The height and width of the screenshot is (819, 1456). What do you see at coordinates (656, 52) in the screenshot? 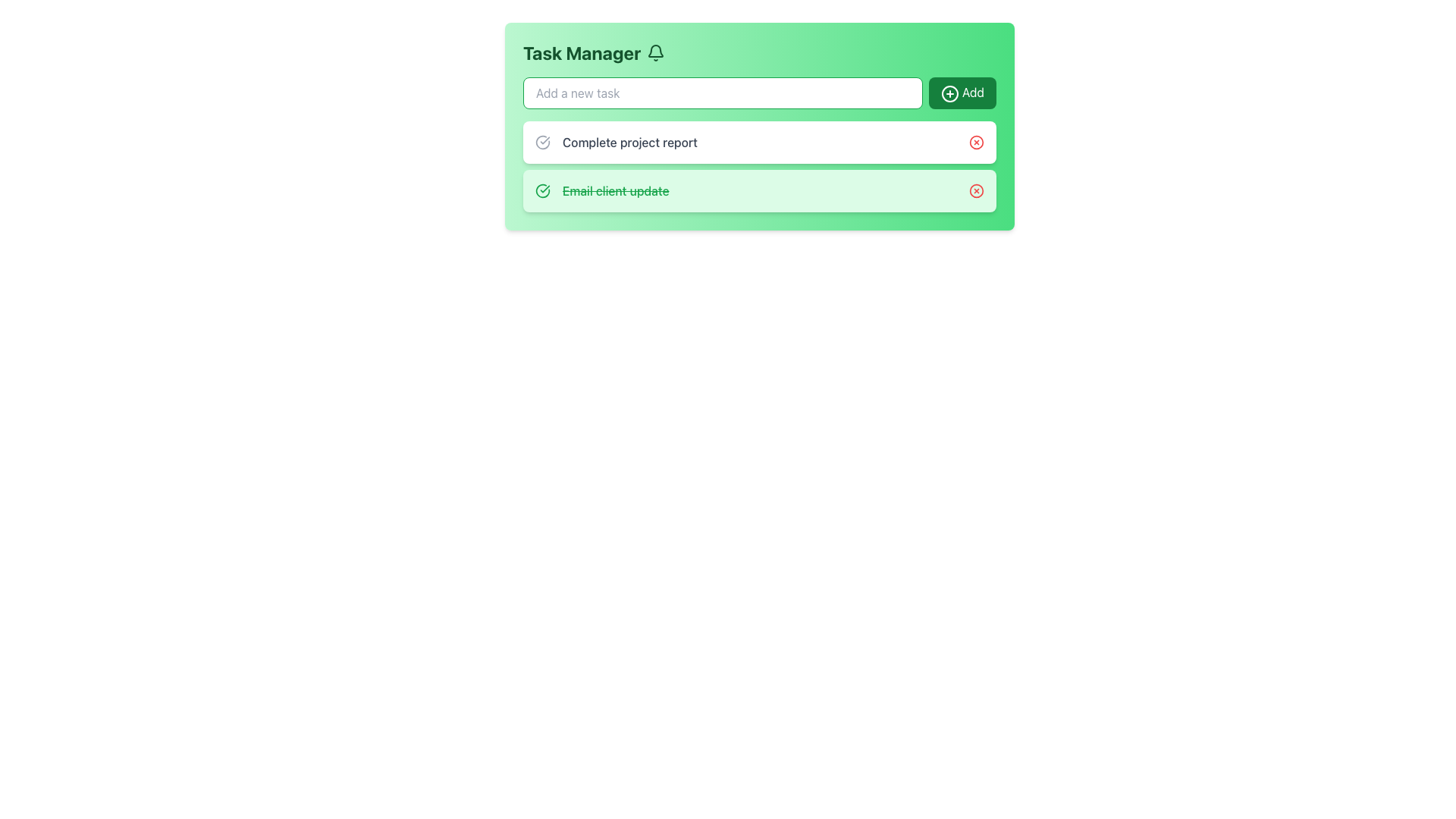
I see `the notification indicator icon for the 'Task Manager' application, which is located immediately to the right of the 'Task Manager' text in the header interface` at bounding box center [656, 52].